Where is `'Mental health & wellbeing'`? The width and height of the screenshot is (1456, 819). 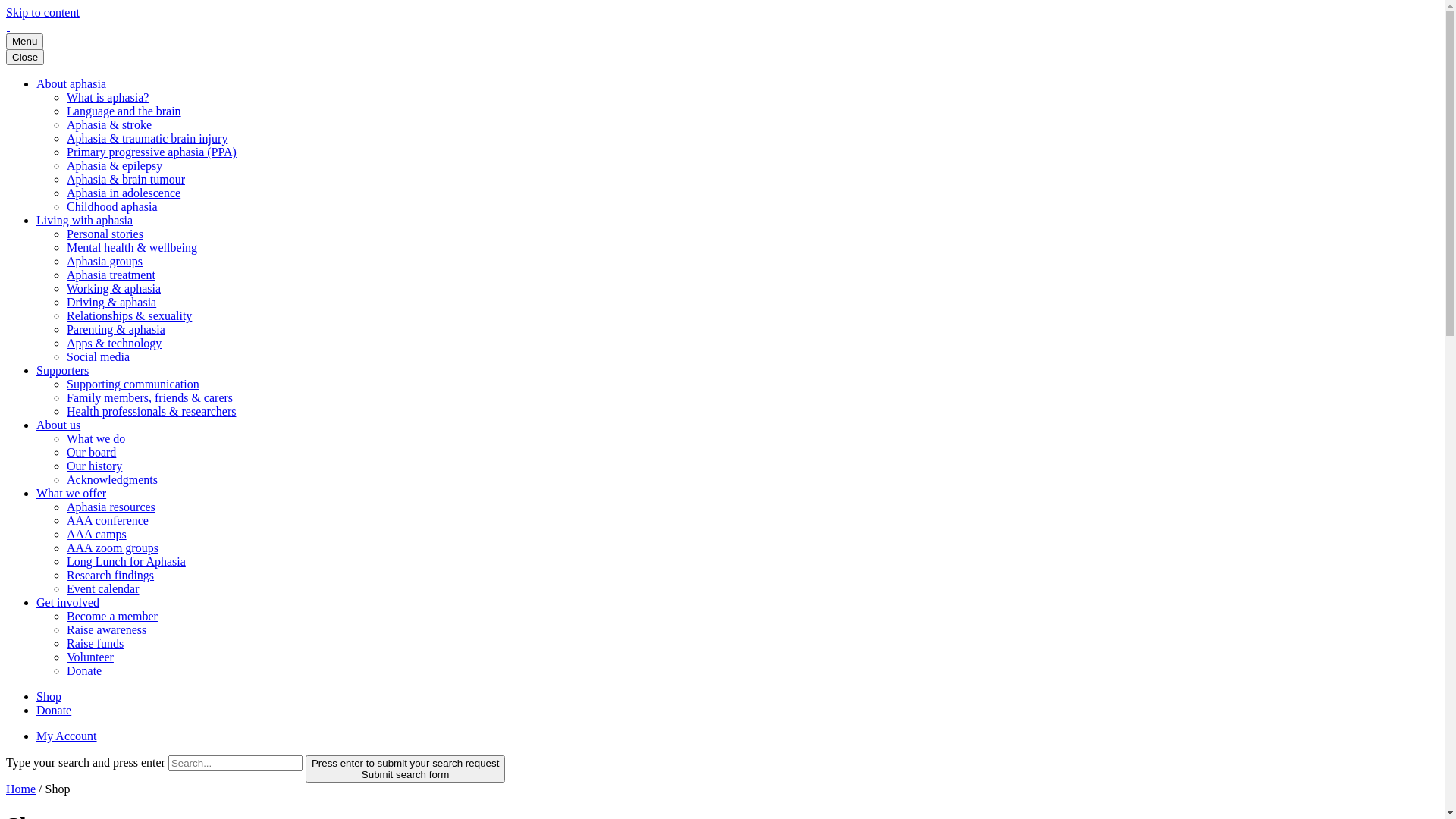 'Mental health & wellbeing' is located at coordinates (65, 246).